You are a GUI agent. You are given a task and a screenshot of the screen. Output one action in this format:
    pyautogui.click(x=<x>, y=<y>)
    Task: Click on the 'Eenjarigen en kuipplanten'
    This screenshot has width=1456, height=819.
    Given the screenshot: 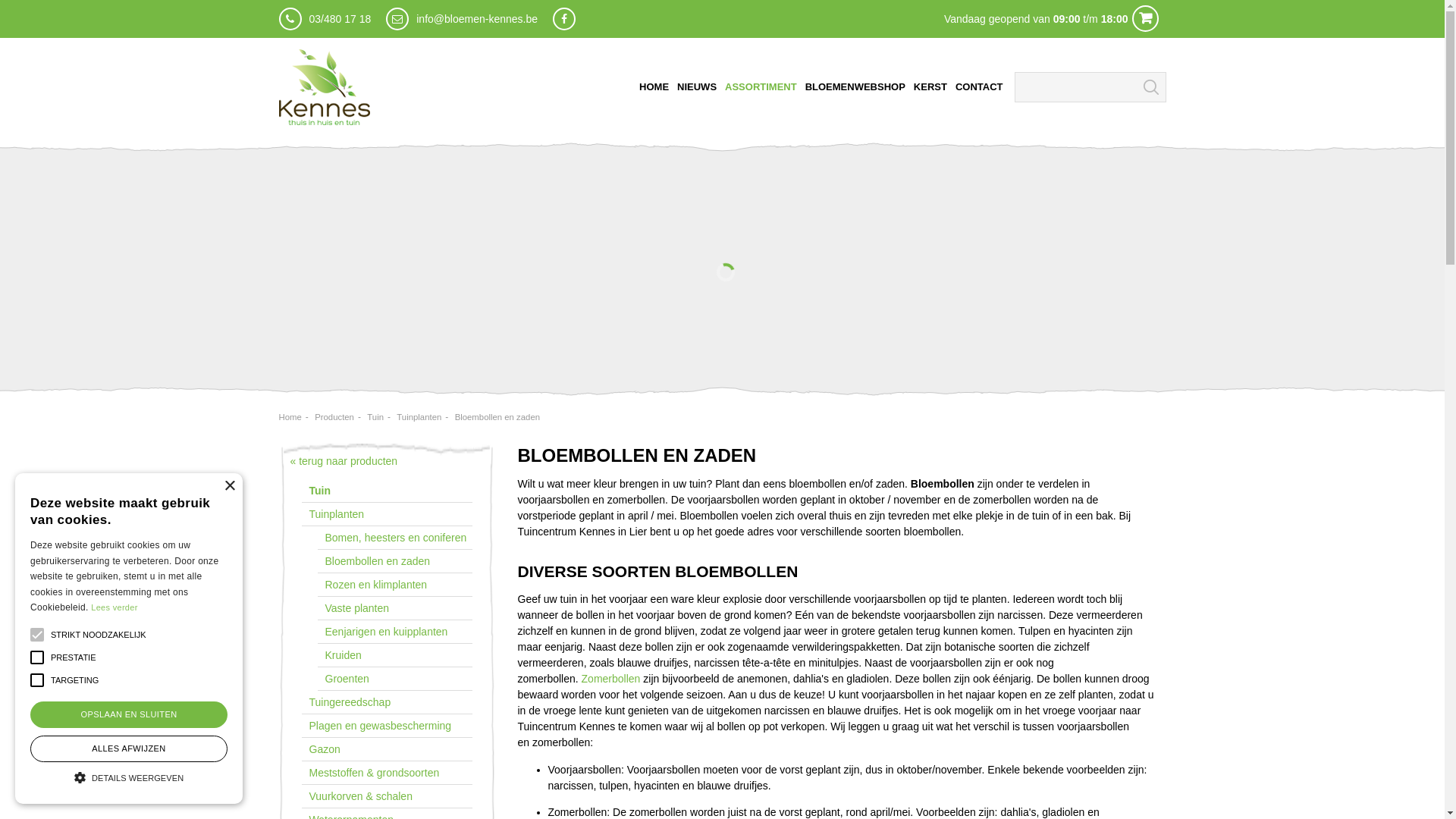 What is the action you would take?
    pyautogui.click(x=315, y=632)
    